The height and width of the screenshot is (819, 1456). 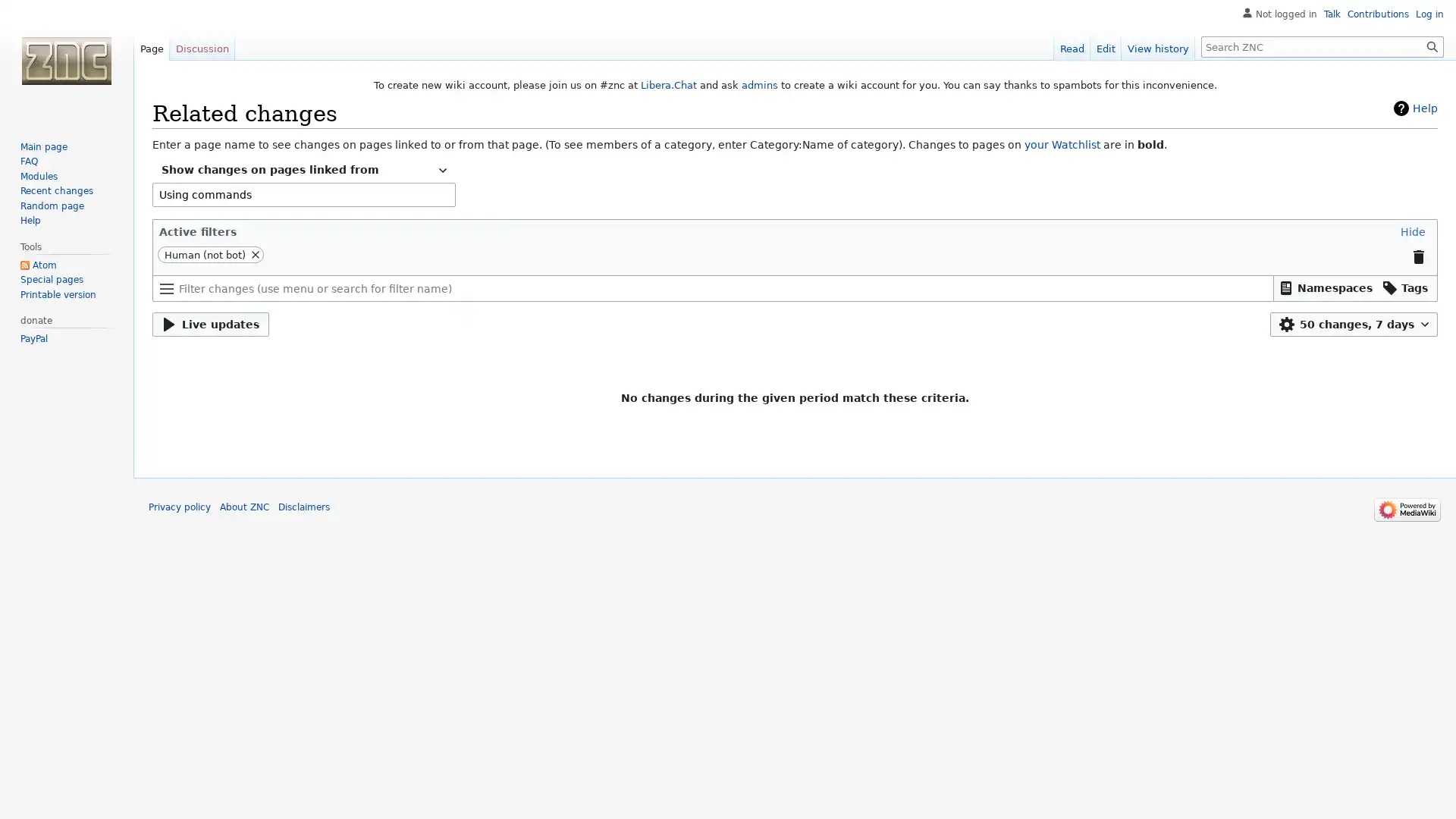 What do you see at coordinates (210, 324) in the screenshot?
I see `Live updates` at bounding box center [210, 324].